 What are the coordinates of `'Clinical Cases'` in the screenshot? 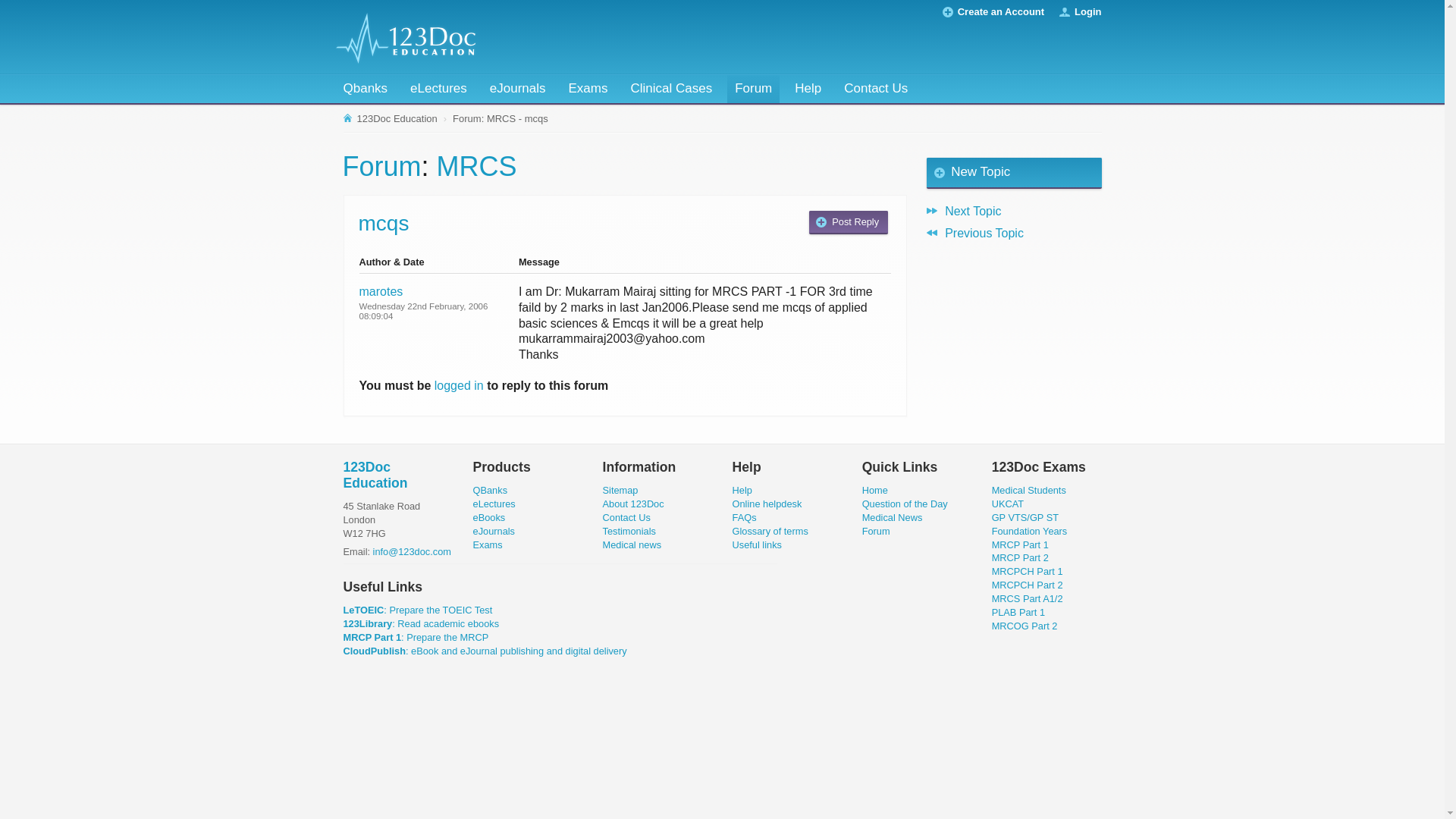 It's located at (670, 89).